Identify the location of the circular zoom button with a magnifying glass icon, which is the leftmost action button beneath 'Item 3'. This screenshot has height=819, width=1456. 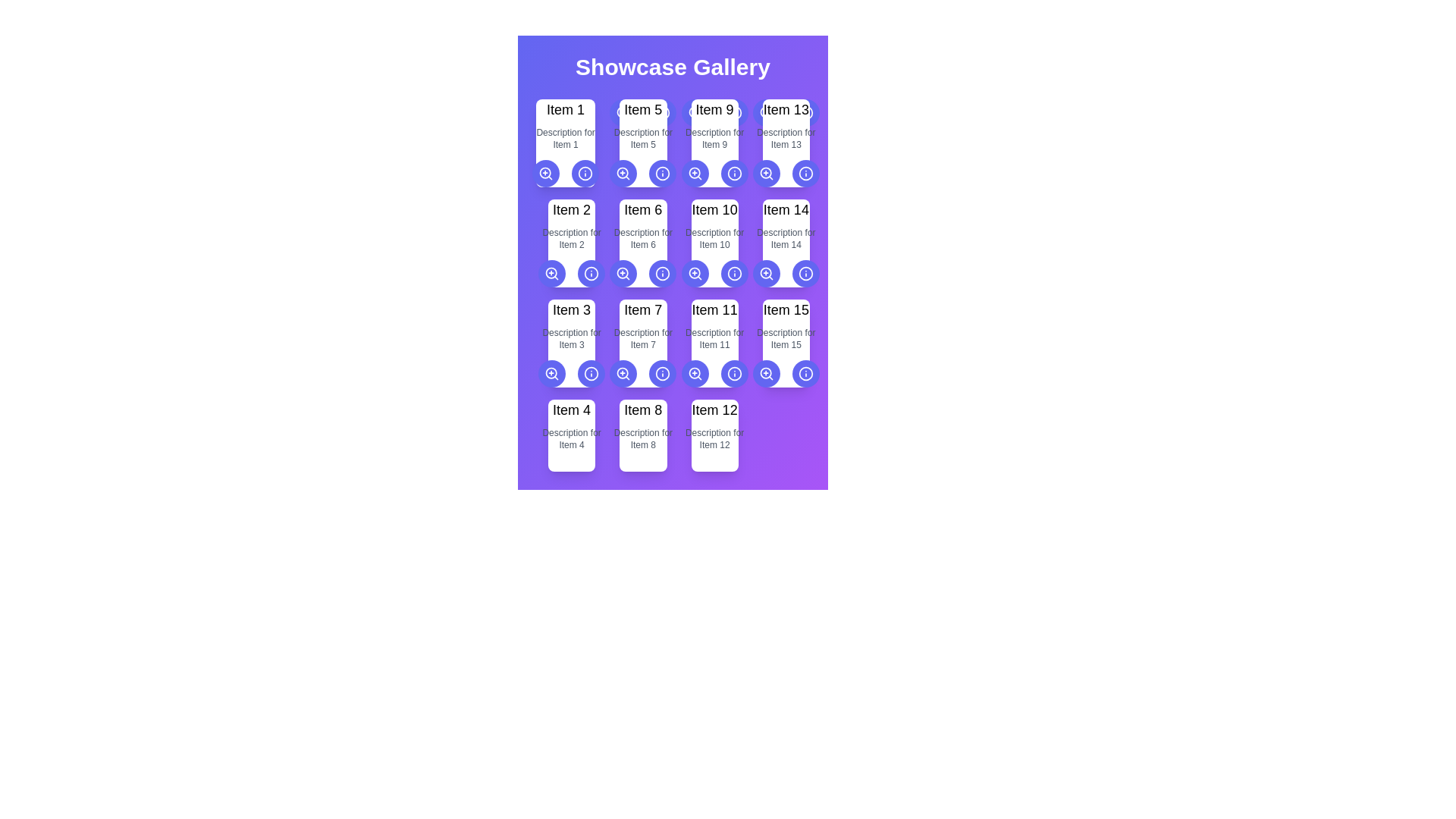
(551, 374).